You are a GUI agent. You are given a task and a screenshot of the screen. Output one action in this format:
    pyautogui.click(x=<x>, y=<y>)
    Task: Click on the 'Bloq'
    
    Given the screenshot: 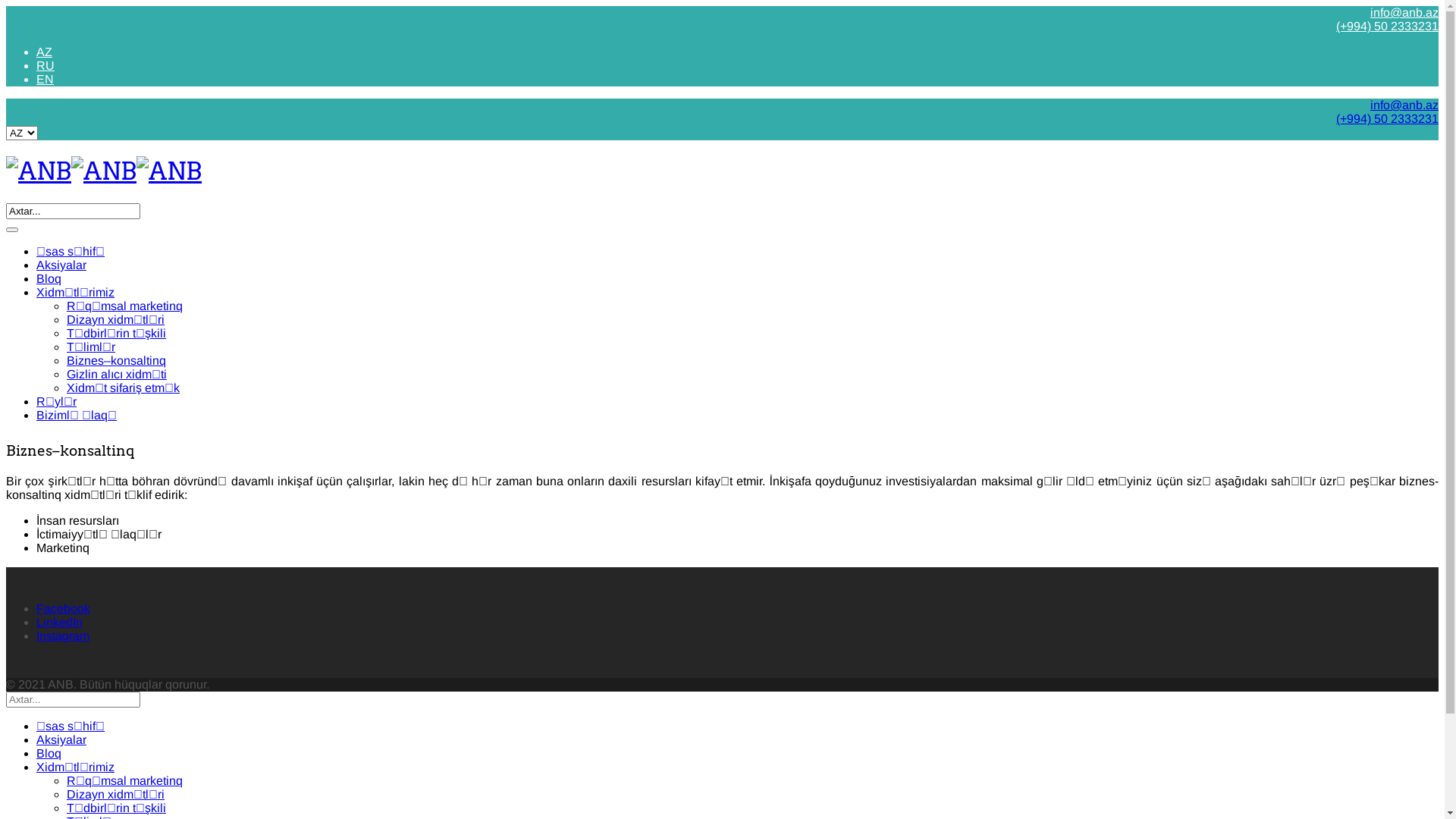 What is the action you would take?
    pyautogui.click(x=49, y=278)
    